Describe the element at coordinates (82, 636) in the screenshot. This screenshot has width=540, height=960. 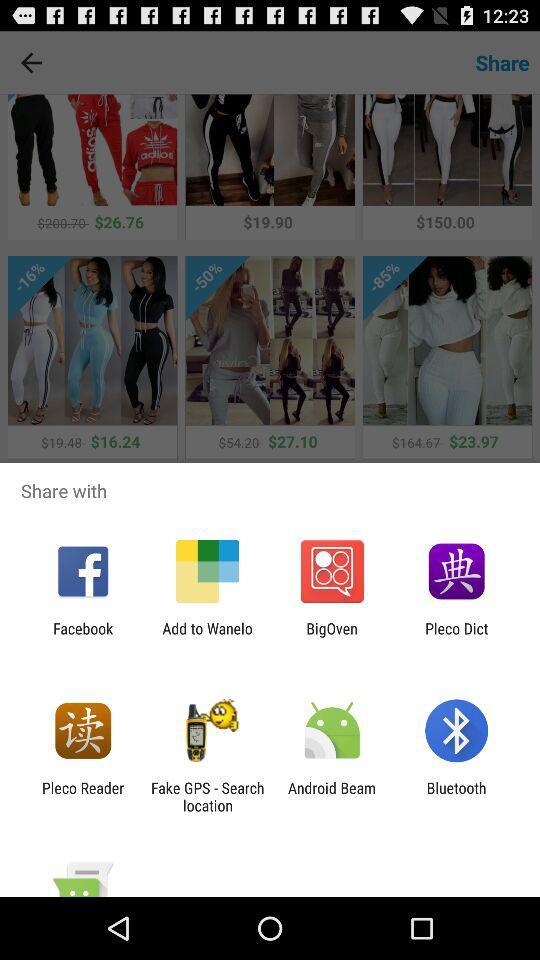
I see `the facebook app` at that location.